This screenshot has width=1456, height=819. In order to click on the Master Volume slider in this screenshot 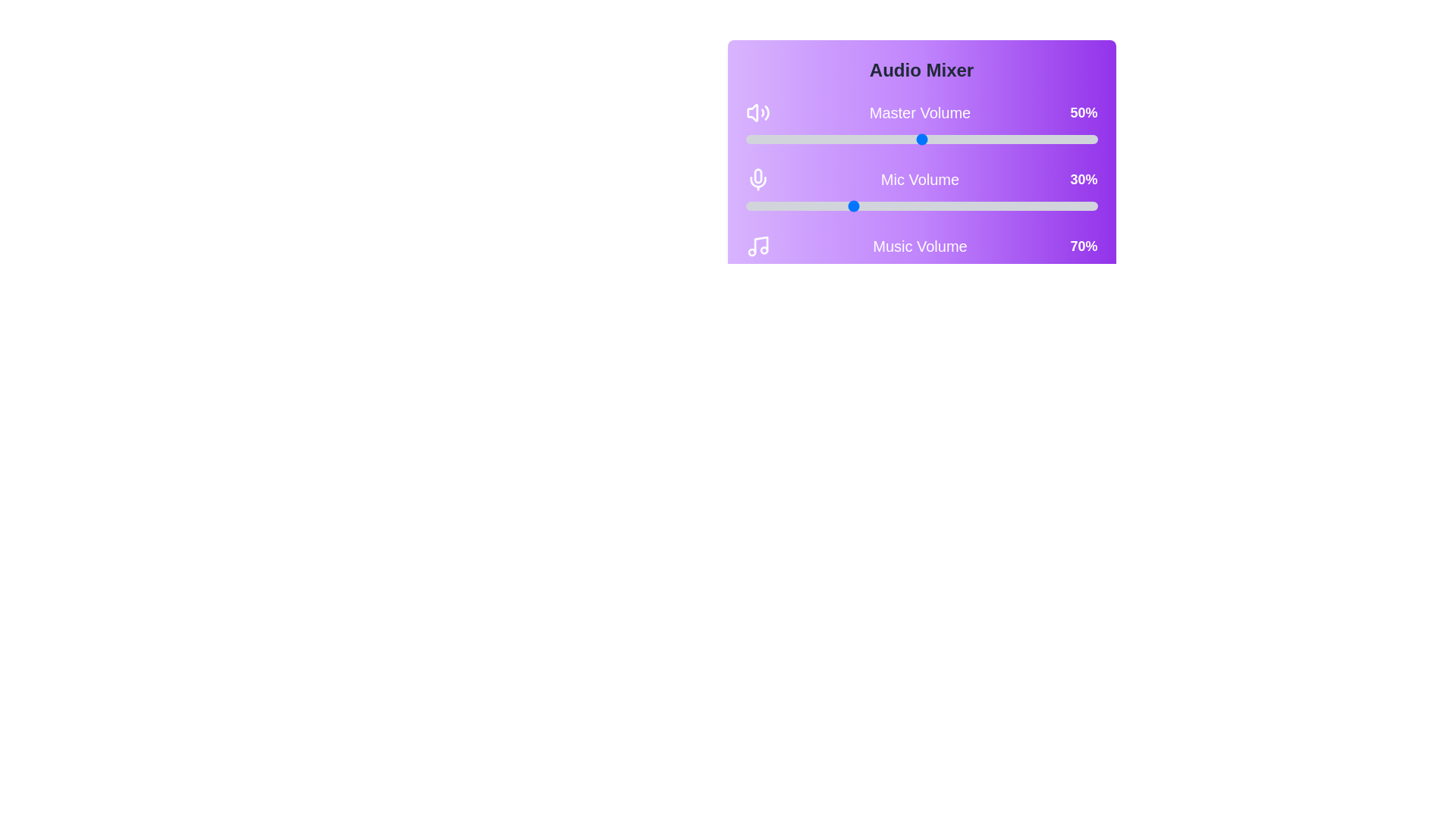, I will do `click(1065, 140)`.